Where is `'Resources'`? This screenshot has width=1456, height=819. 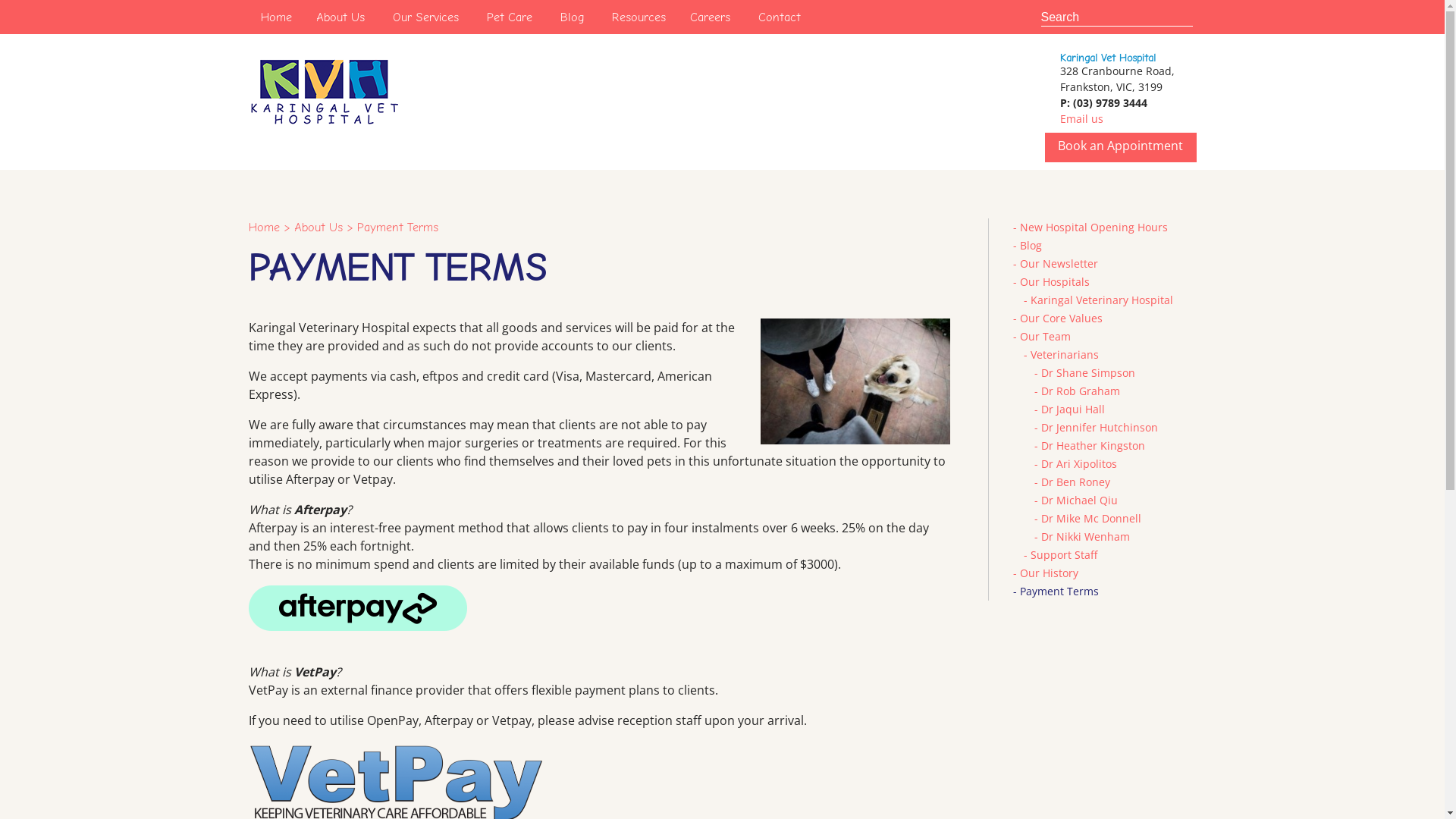 'Resources' is located at coordinates (598, 17).